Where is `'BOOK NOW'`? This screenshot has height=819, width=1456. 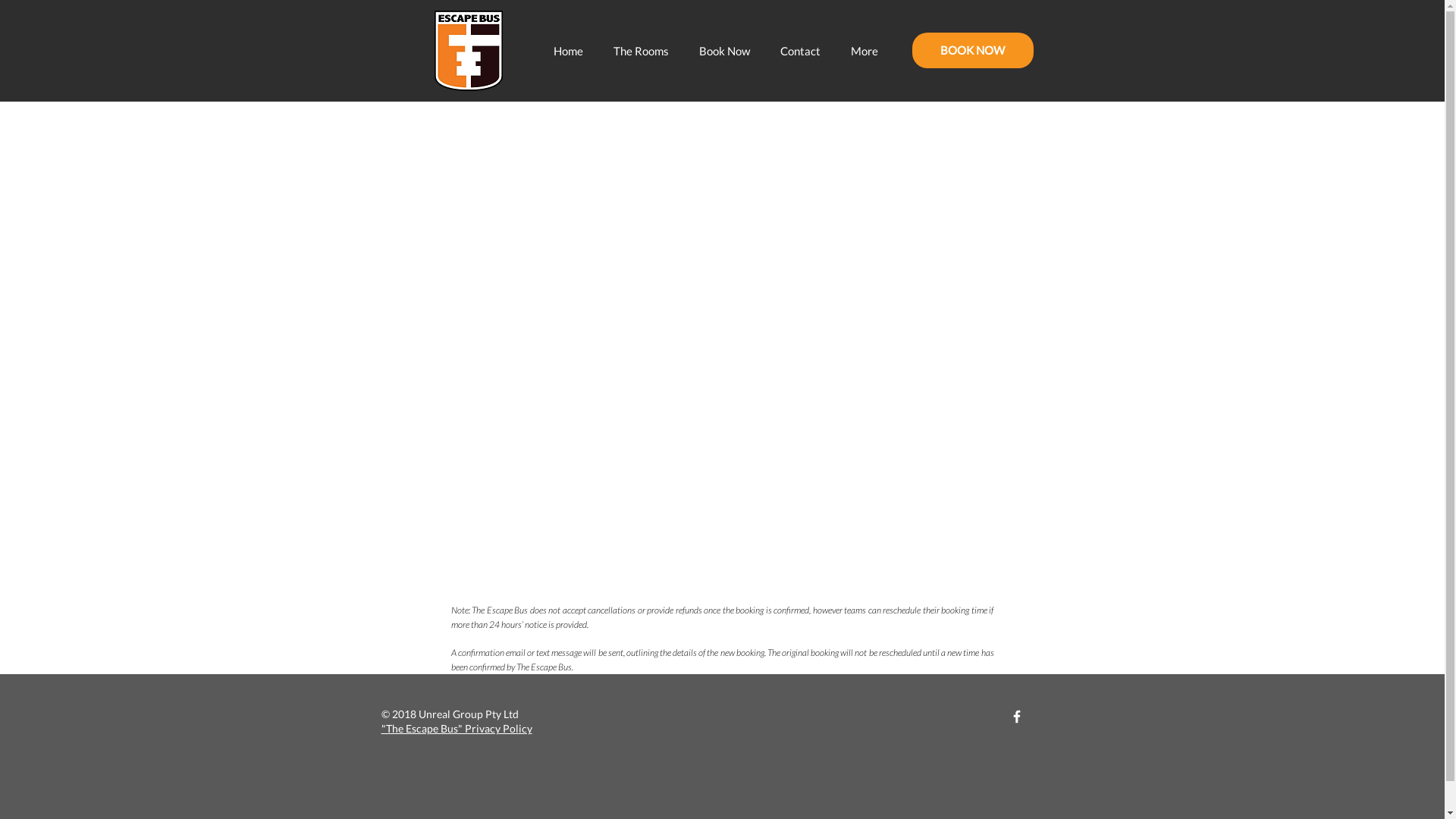 'BOOK NOW' is located at coordinates (971, 49).